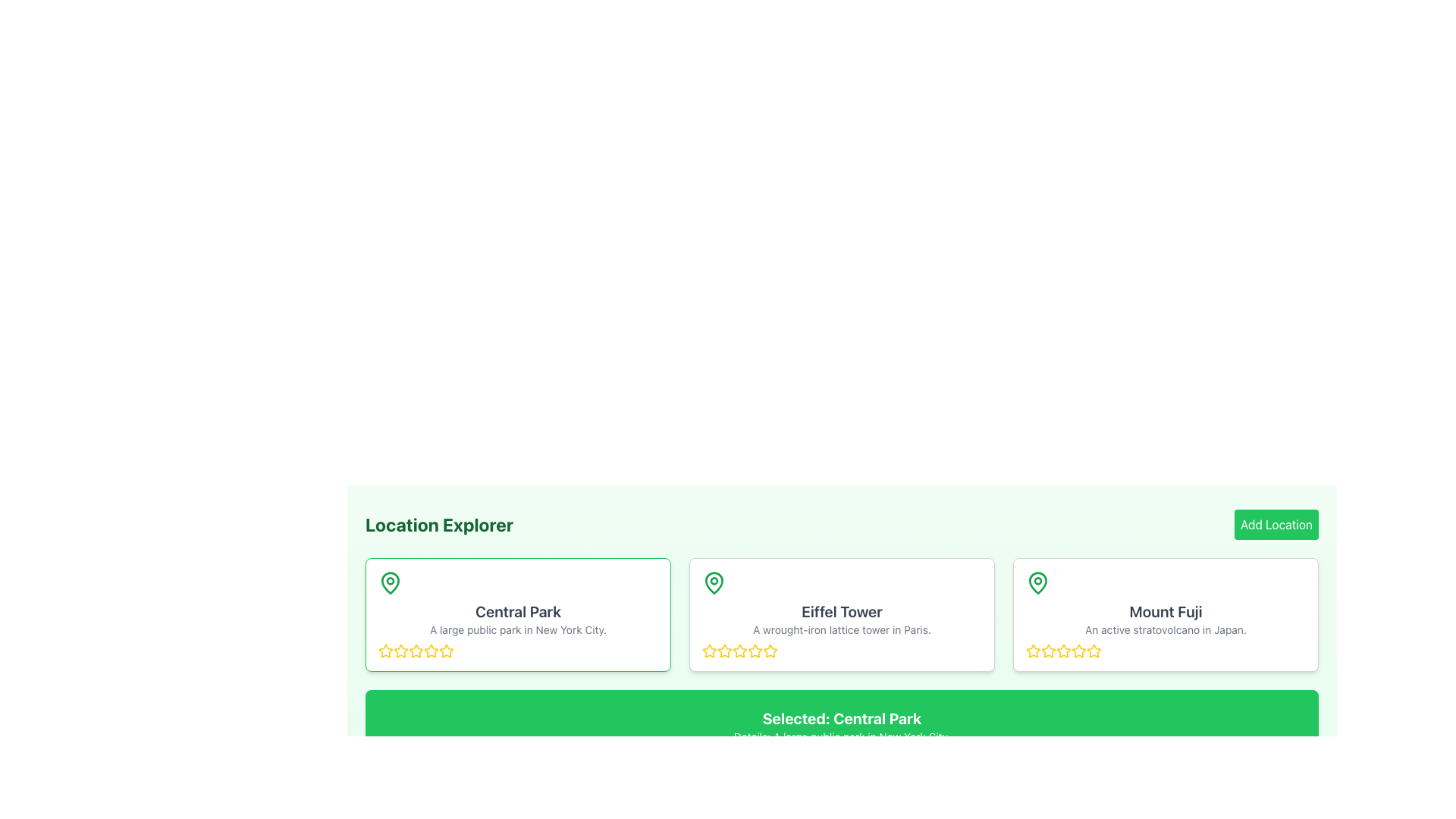  I want to click on the descriptive static text about Mount Fuji, which is located beneath the title 'Mount Fuji' and above five yellow star icons, so click(1165, 629).